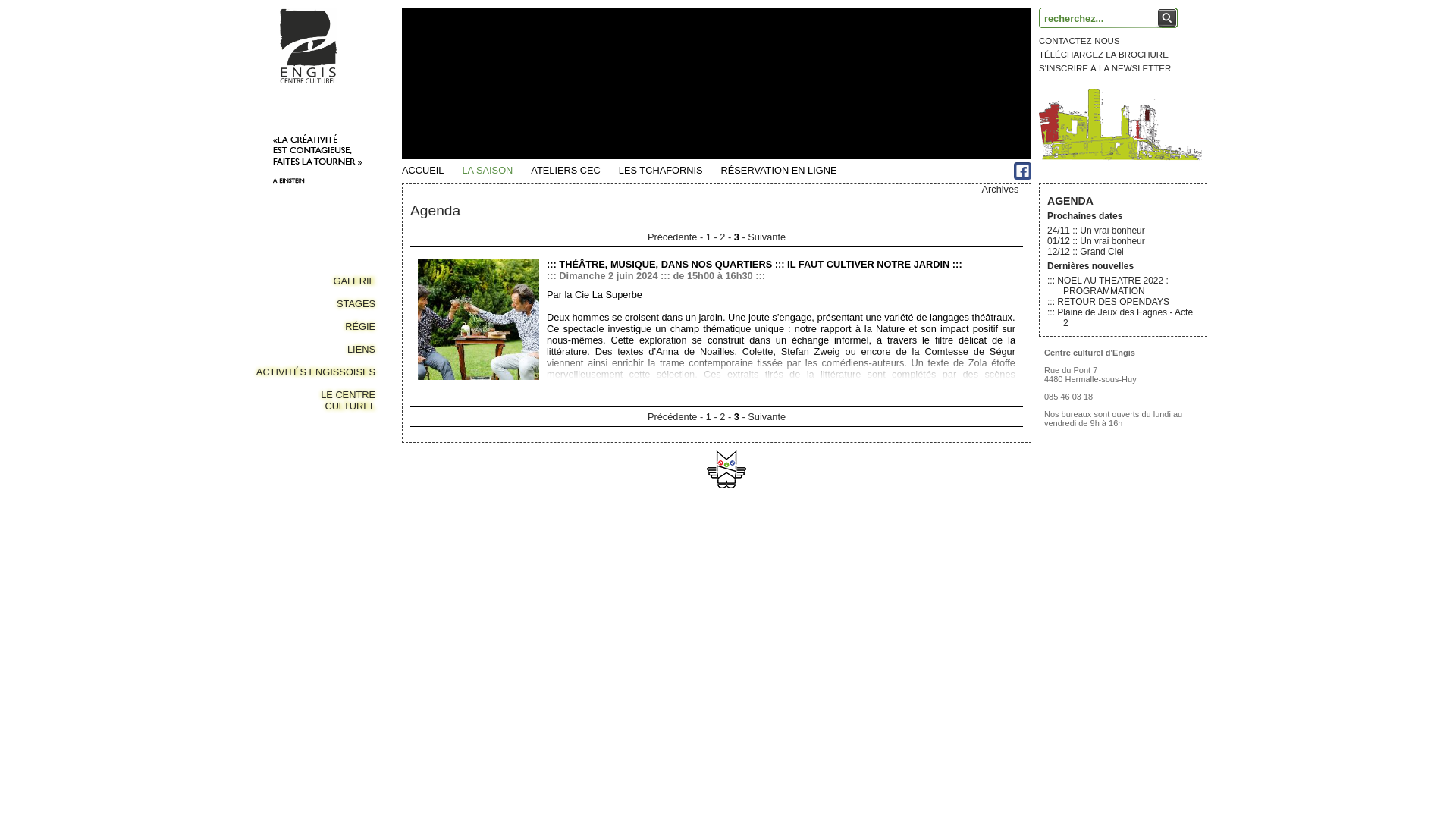 This screenshot has height=819, width=1456. I want to click on 'Archives', so click(1000, 188).